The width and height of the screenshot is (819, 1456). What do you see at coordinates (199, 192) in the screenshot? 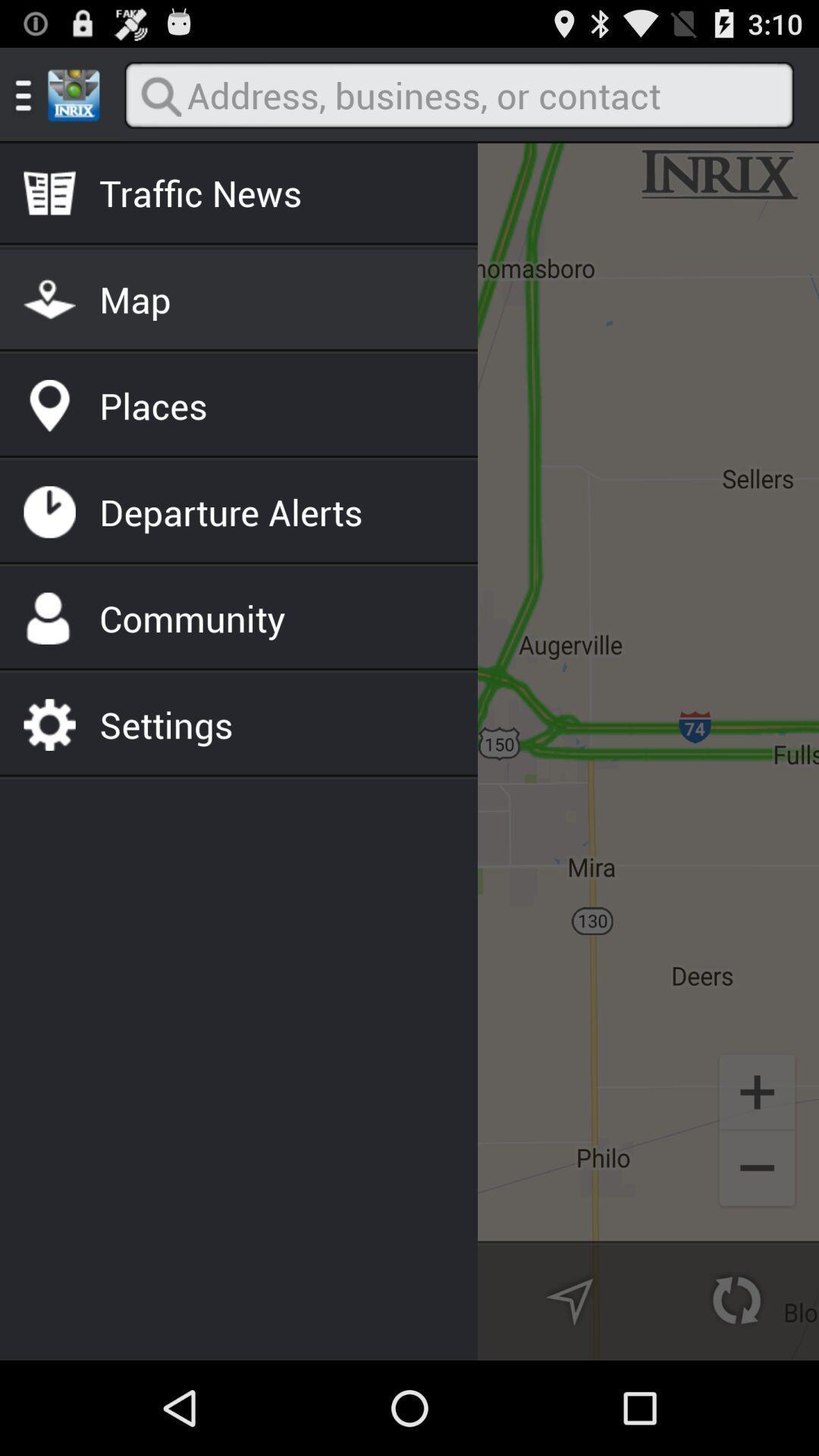
I see `the traffic news item` at bounding box center [199, 192].